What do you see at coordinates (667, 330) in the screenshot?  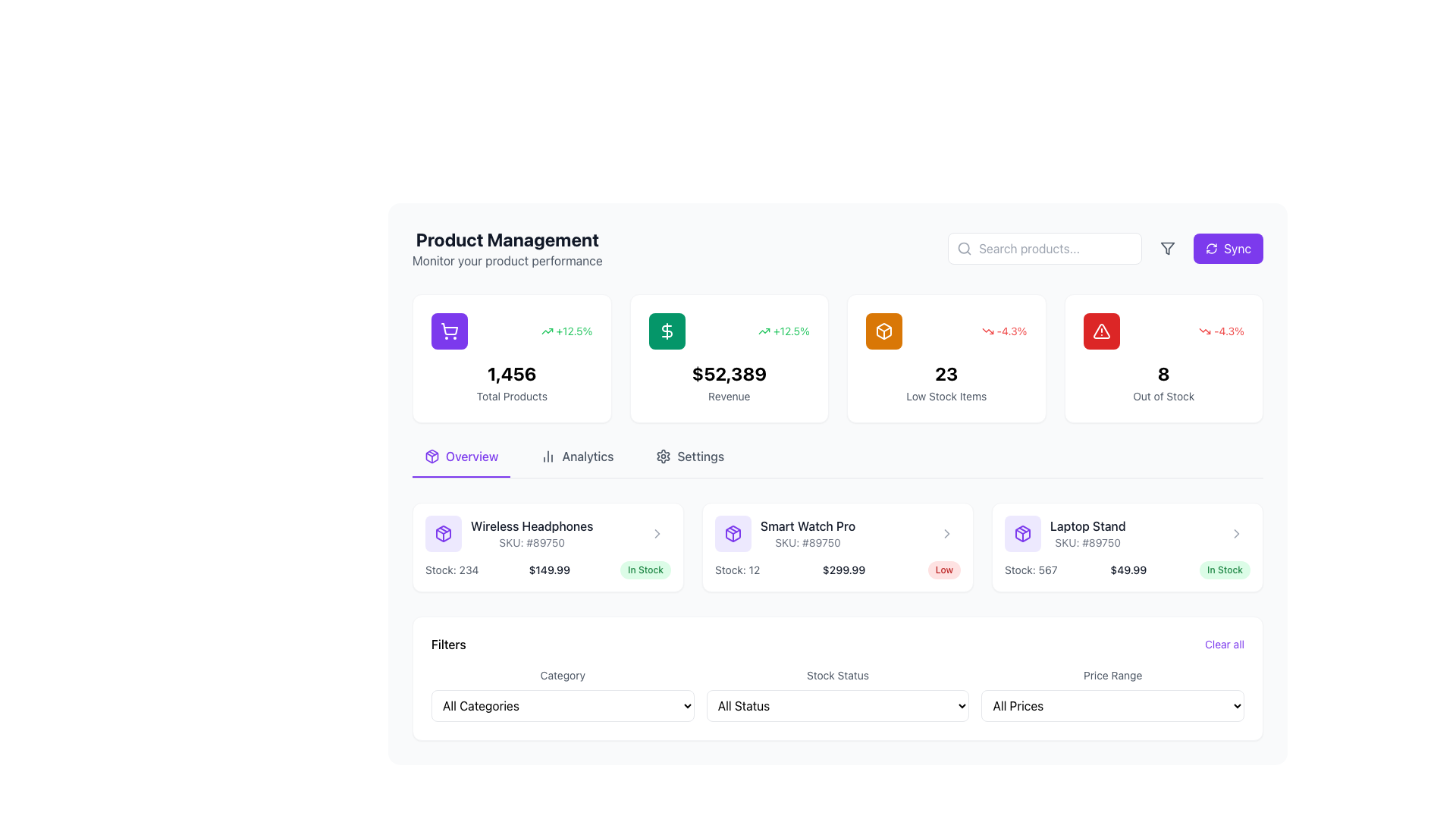 I see `the revenue icon in the second card of the dashboard, which is represented by an emerald green rounded rectangle` at bounding box center [667, 330].